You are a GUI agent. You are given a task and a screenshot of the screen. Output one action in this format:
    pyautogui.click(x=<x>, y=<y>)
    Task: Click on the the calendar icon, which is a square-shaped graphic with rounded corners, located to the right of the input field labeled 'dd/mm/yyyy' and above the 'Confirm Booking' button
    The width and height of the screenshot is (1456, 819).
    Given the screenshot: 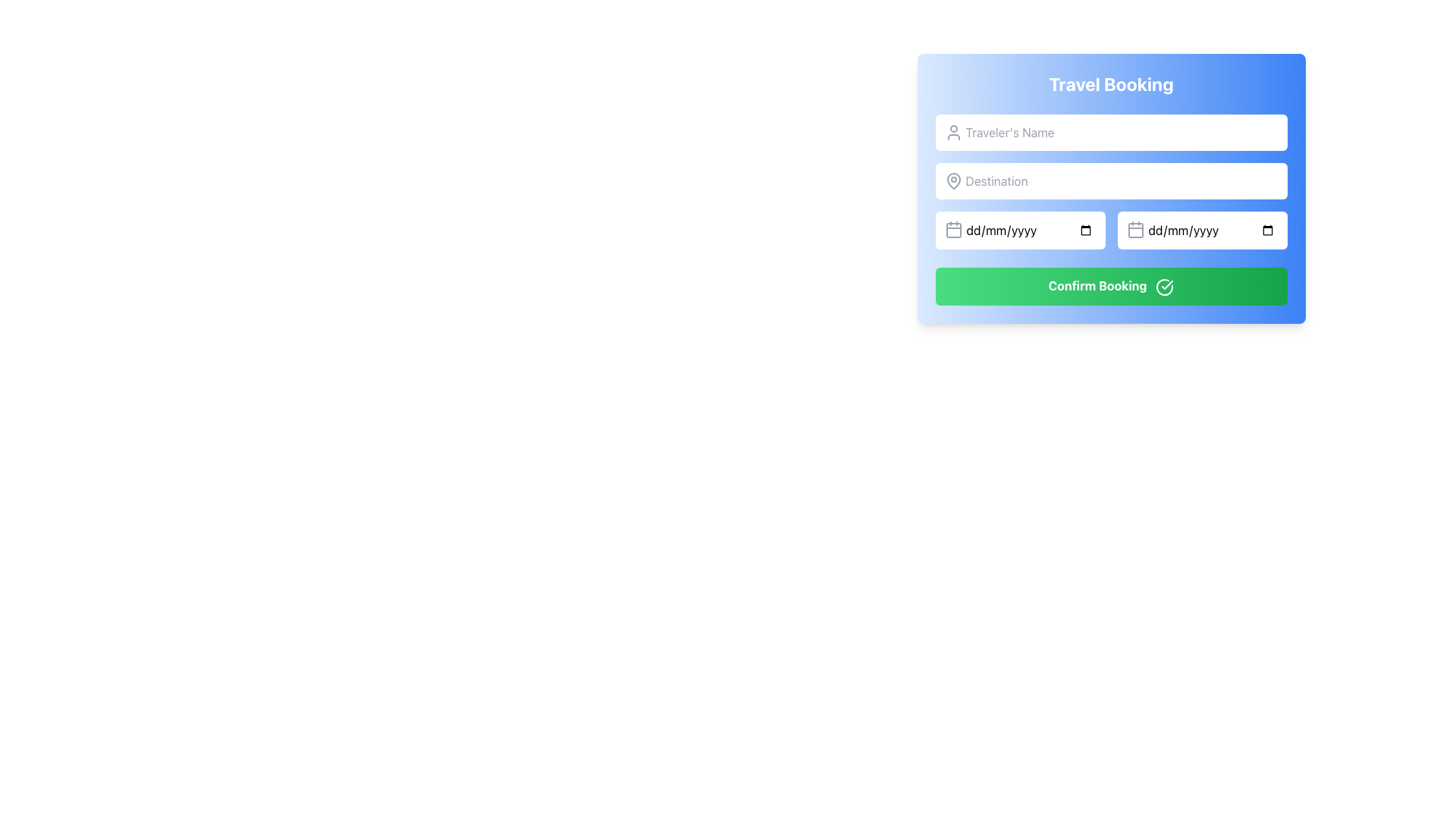 What is the action you would take?
    pyautogui.click(x=1135, y=231)
    